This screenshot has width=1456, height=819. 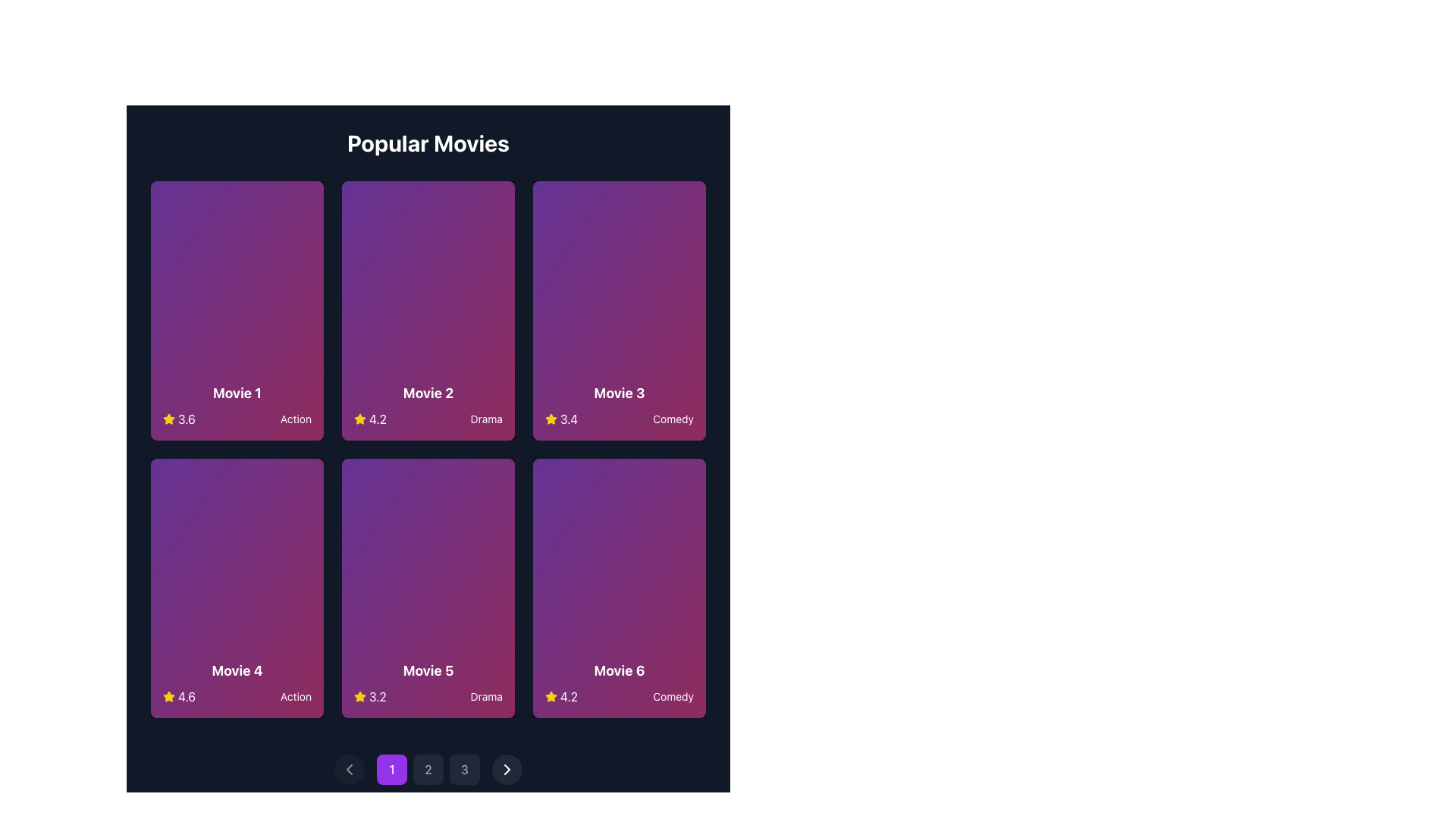 What do you see at coordinates (168, 696) in the screenshot?
I see `the yellow star-shaped icon used for rating, which is the fifth rating star beneath the card labeled 'Movie 5' in the grid layout` at bounding box center [168, 696].